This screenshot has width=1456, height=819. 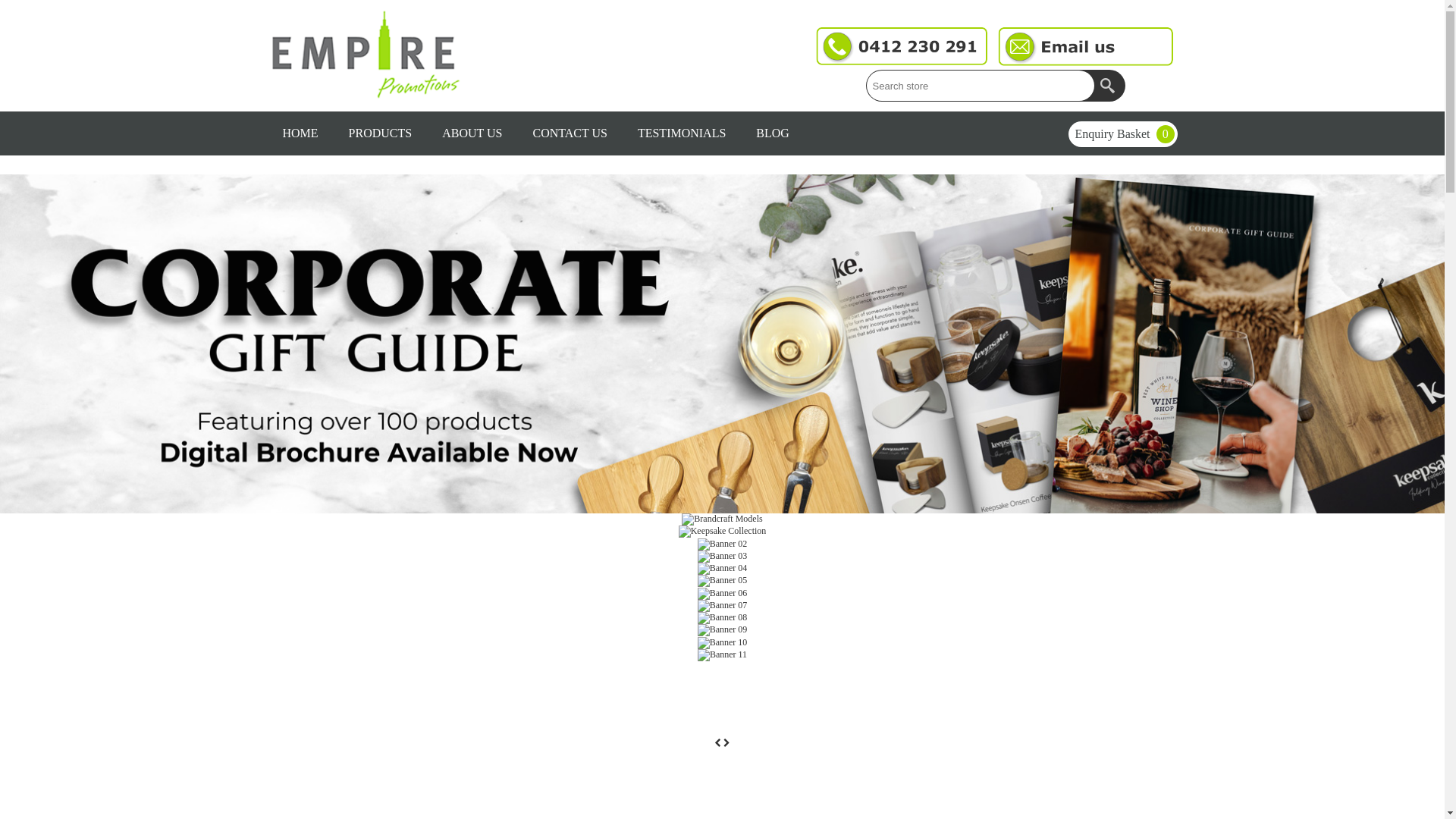 What do you see at coordinates (772, 133) in the screenshot?
I see `'BLOG'` at bounding box center [772, 133].